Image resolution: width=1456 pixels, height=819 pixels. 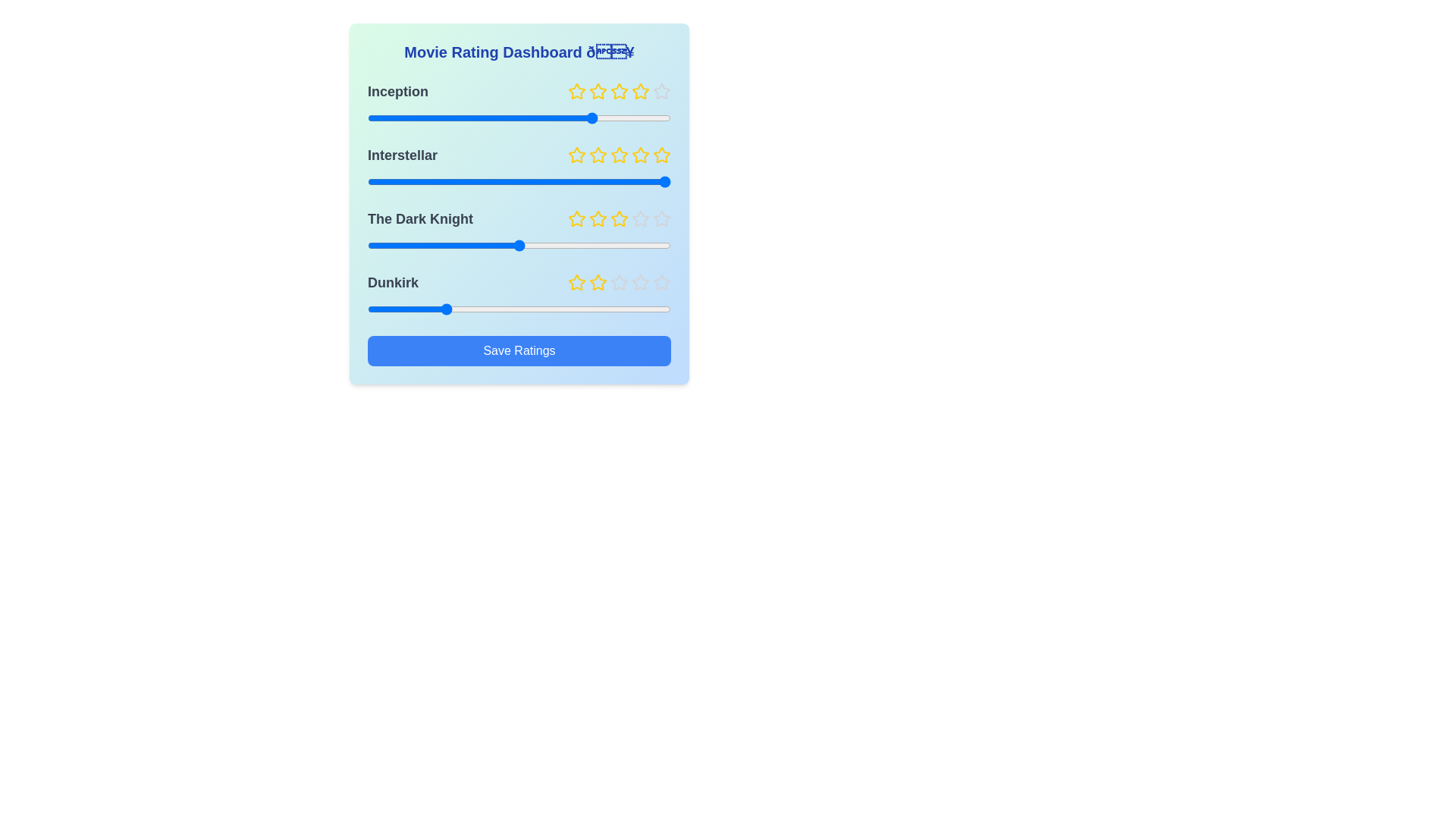 What do you see at coordinates (367, 117) in the screenshot?
I see `the slider for the movie 'Inception' to set the rating to 1` at bounding box center [367, 117].